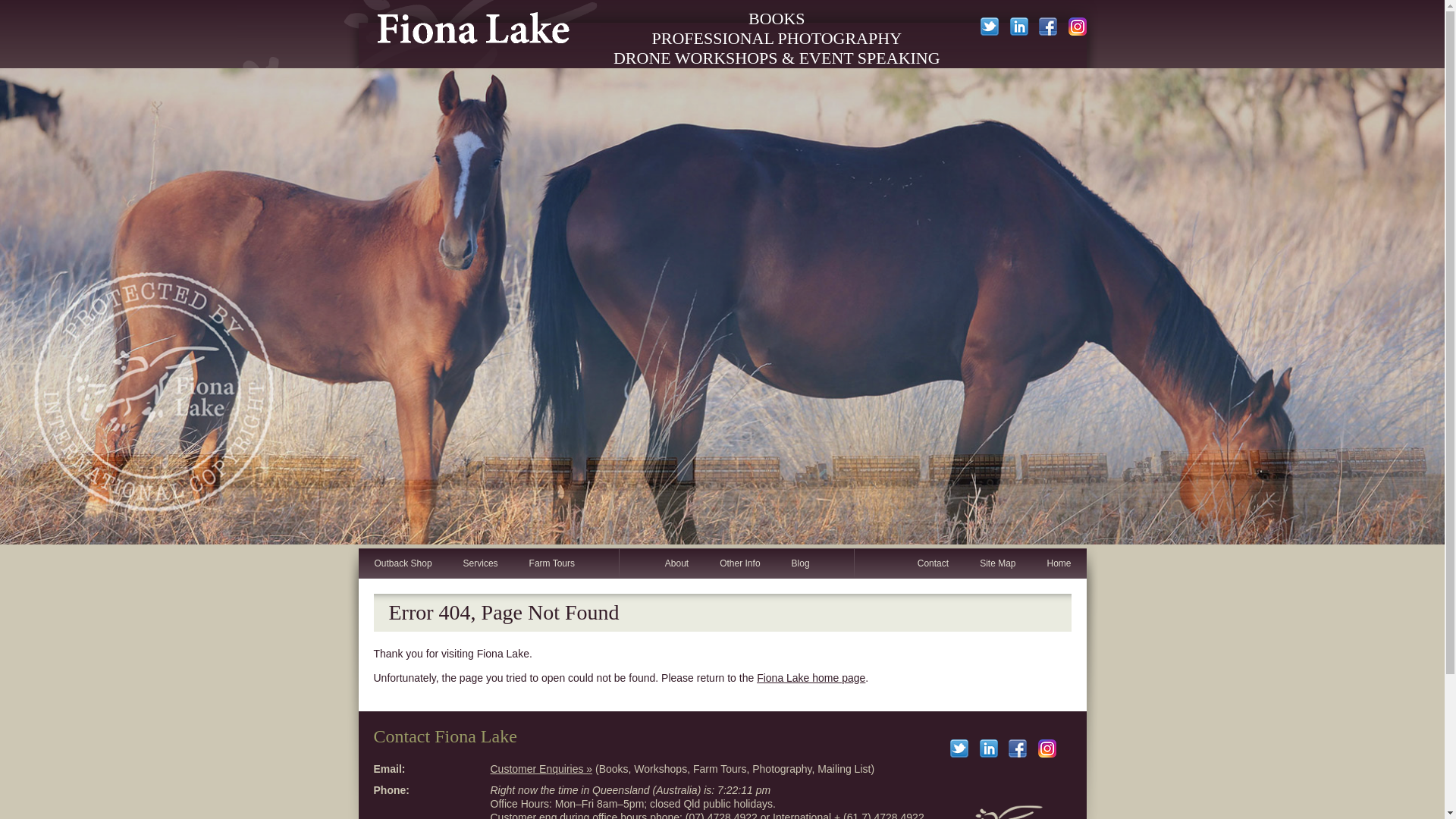 This screenshot has width=1456, height=819. What do you see at coordinates (1030, 563) in the screenshot?
I see `'Home'` at bounding box center [1030, 563].